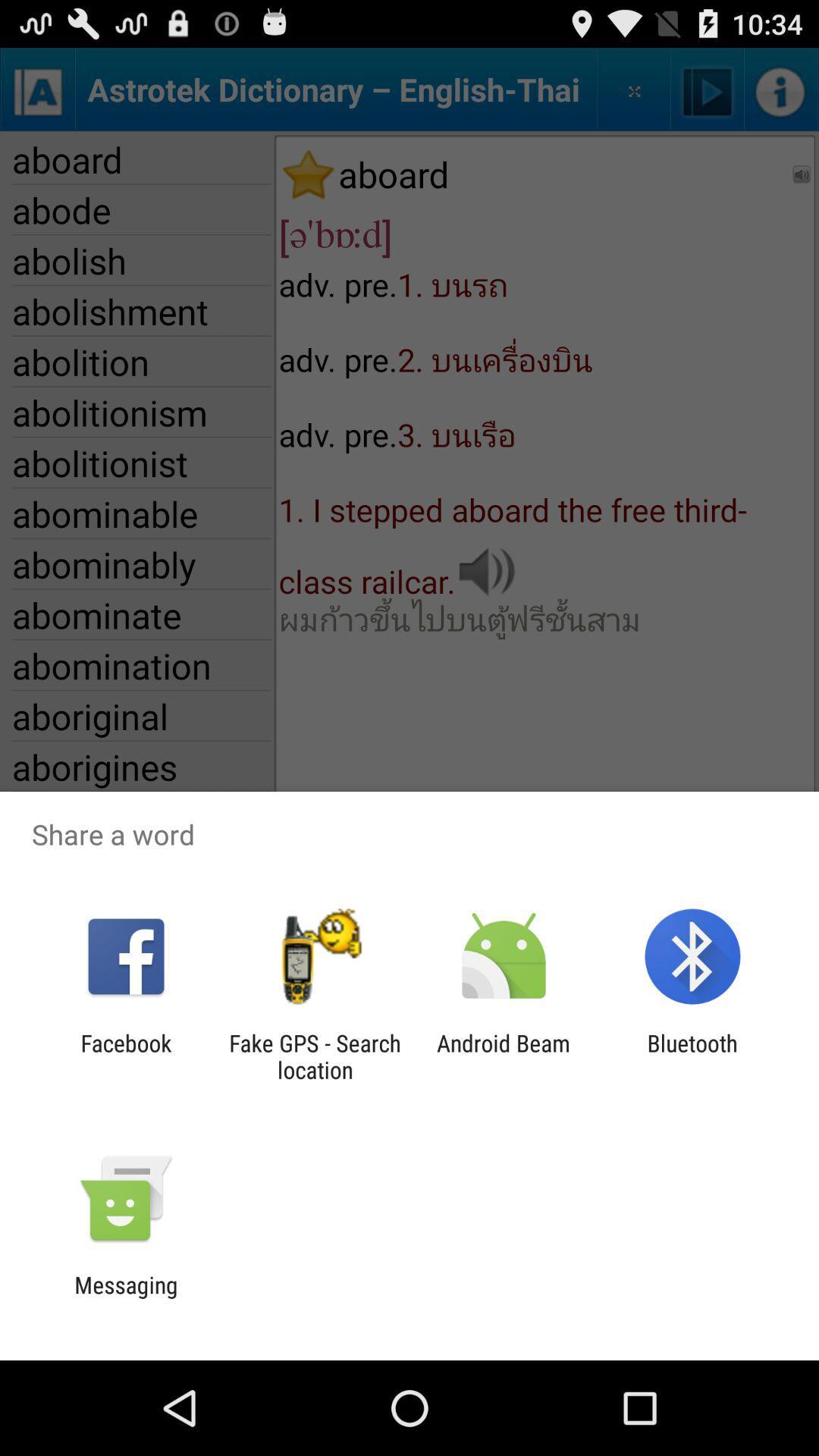 The width and height of the screenshot is (819, 1456). Describe the element at coordinates (504, 1056) in the screenshot. I see `the android beam app` at that location.